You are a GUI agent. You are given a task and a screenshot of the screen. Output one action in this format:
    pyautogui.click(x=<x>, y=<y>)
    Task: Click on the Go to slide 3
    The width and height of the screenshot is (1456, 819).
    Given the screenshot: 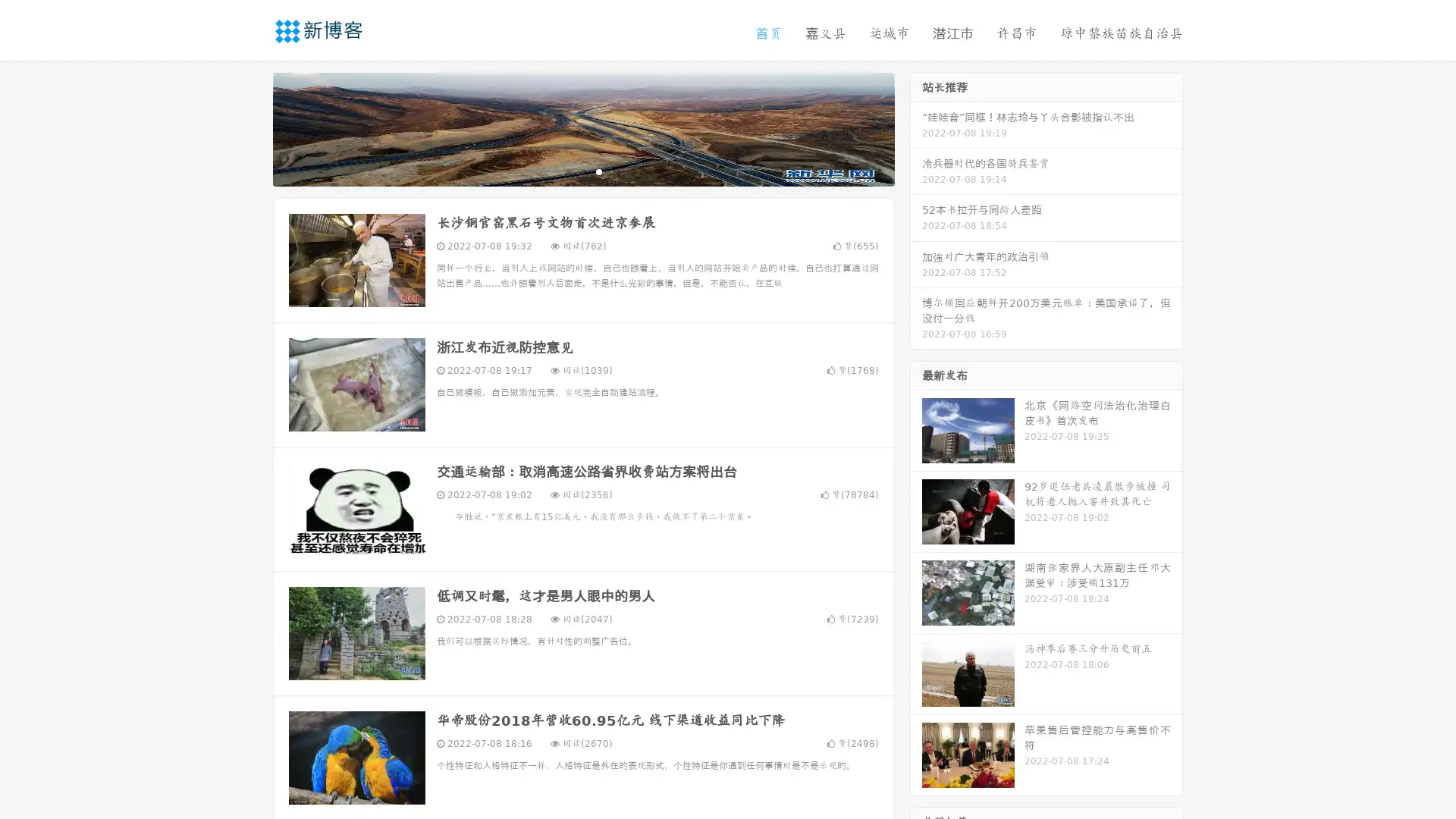 What is the action you would take?
    pyautogui.click(x=598, y=171)
    